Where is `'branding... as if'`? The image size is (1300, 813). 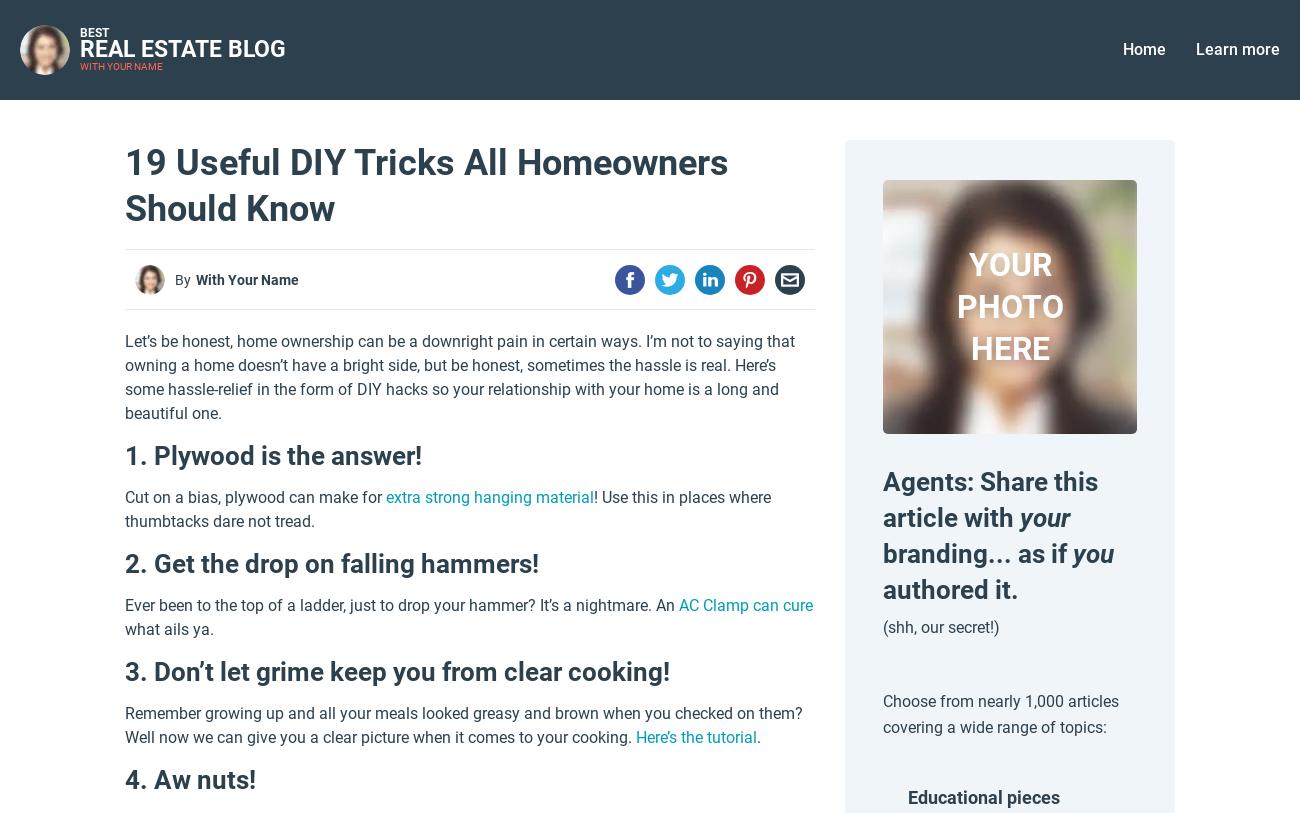
'branding... as if' is located at coordinates (881, 553).